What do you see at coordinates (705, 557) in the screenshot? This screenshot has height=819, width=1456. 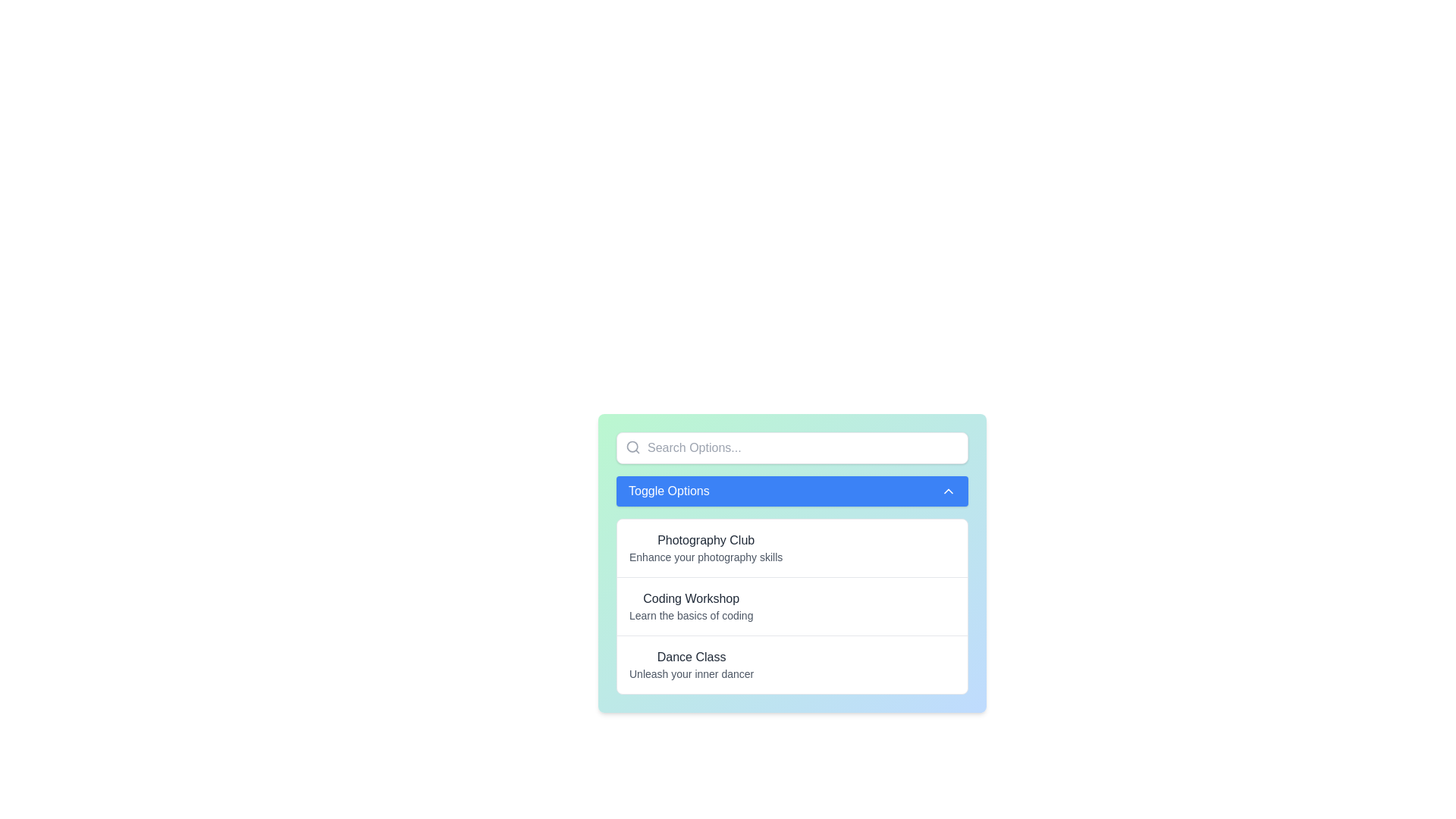 I see `the descriptive text element located directly below the 'Photography Club' heading, which provides additional information about the entry` at bounding box center [705, 557].